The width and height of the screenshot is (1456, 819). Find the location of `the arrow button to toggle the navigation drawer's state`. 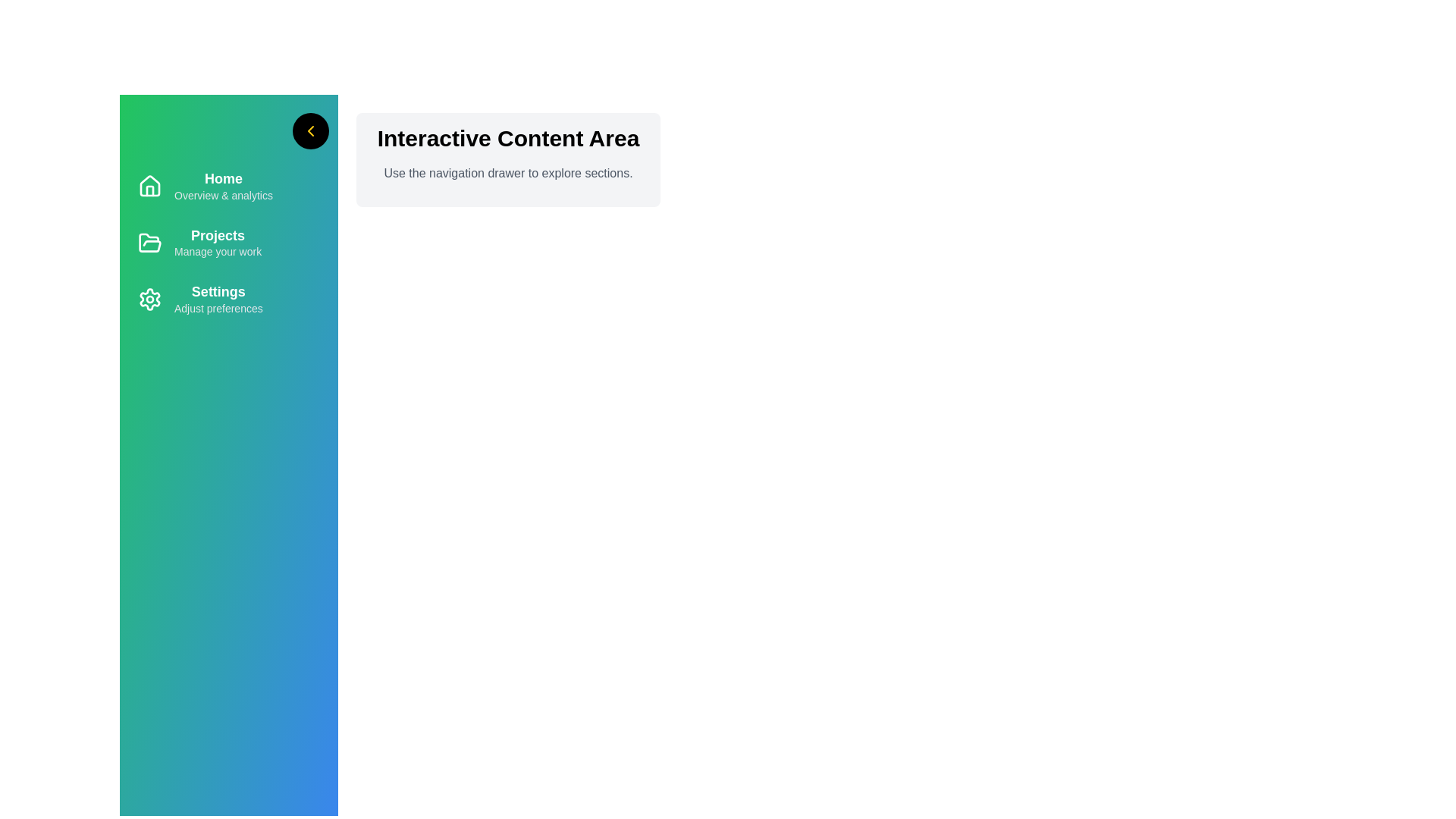

the arrow button to toggle the navigation drawer's state is located at coordinates (309, 130).